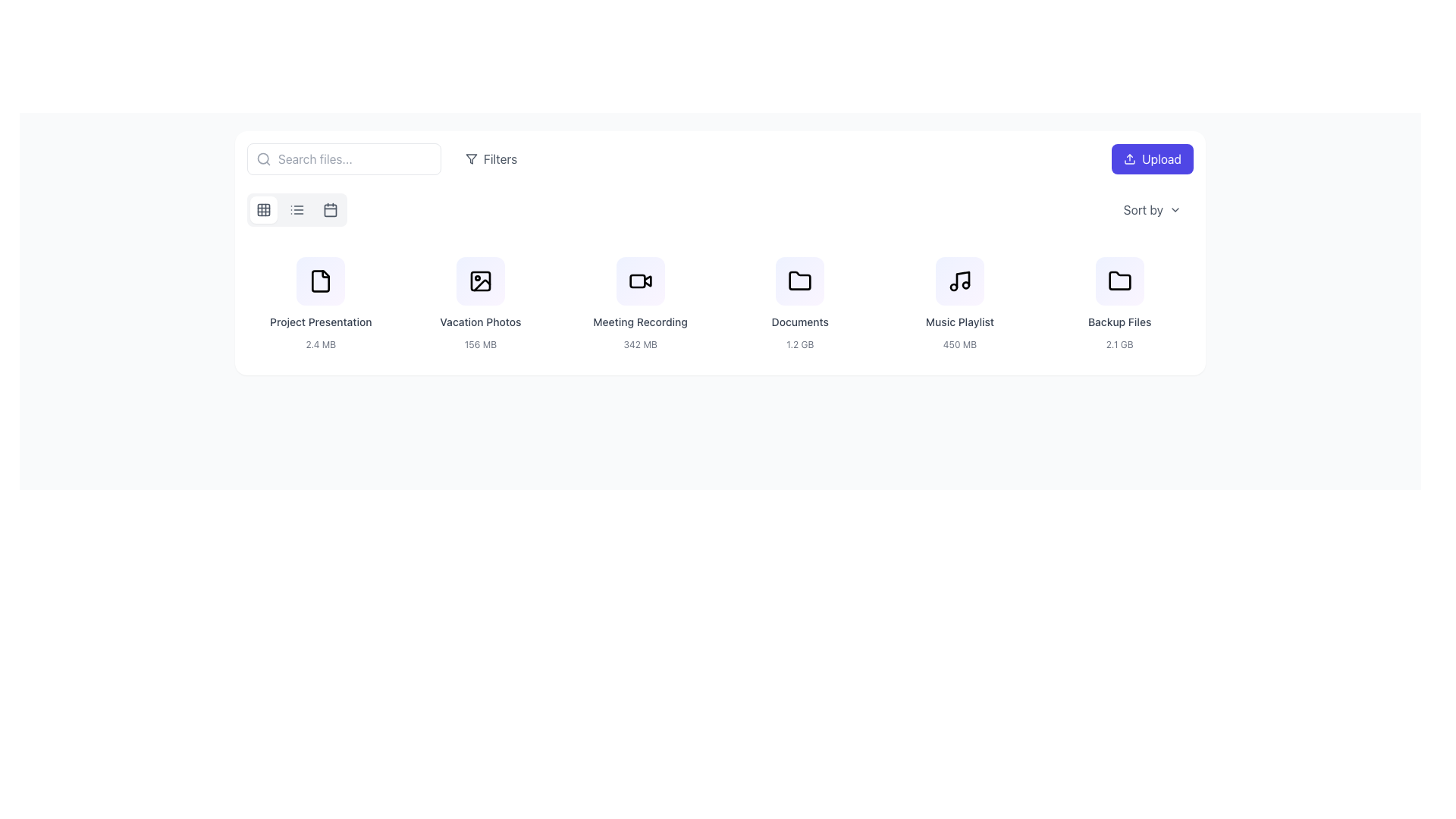 Image resolution: width=1456 pixels, height=819 pixels. What do you see at coordinates (697, 260) in the screenshot?
I see `the Ellipsis menu button, which consists of three vertically aligned gray circles located in the top-right corner of the 'Meeting Recording' card` at bounding box center [697, 260].